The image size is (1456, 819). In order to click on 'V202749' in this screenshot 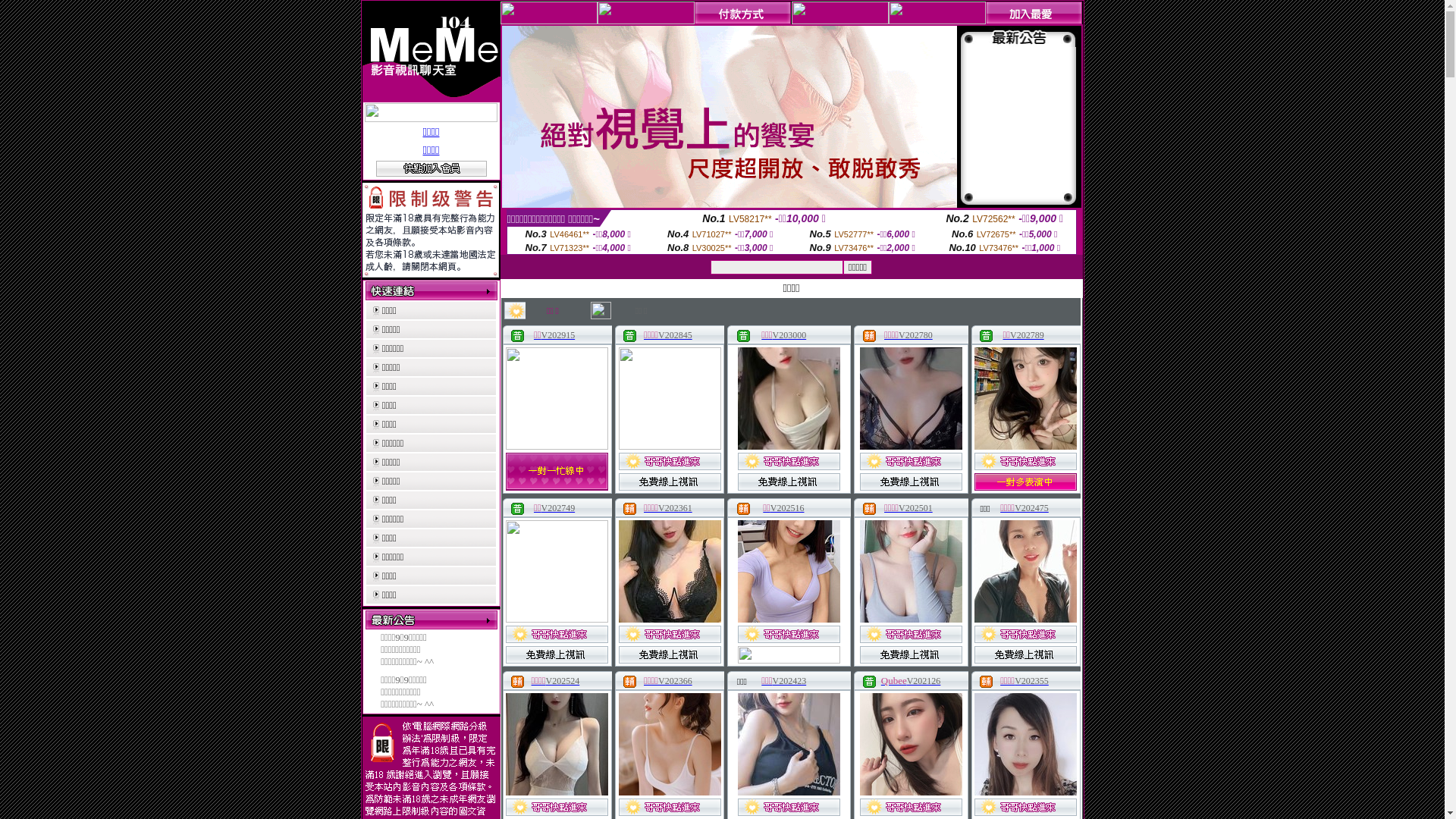, I will do `click(541, 508)`.